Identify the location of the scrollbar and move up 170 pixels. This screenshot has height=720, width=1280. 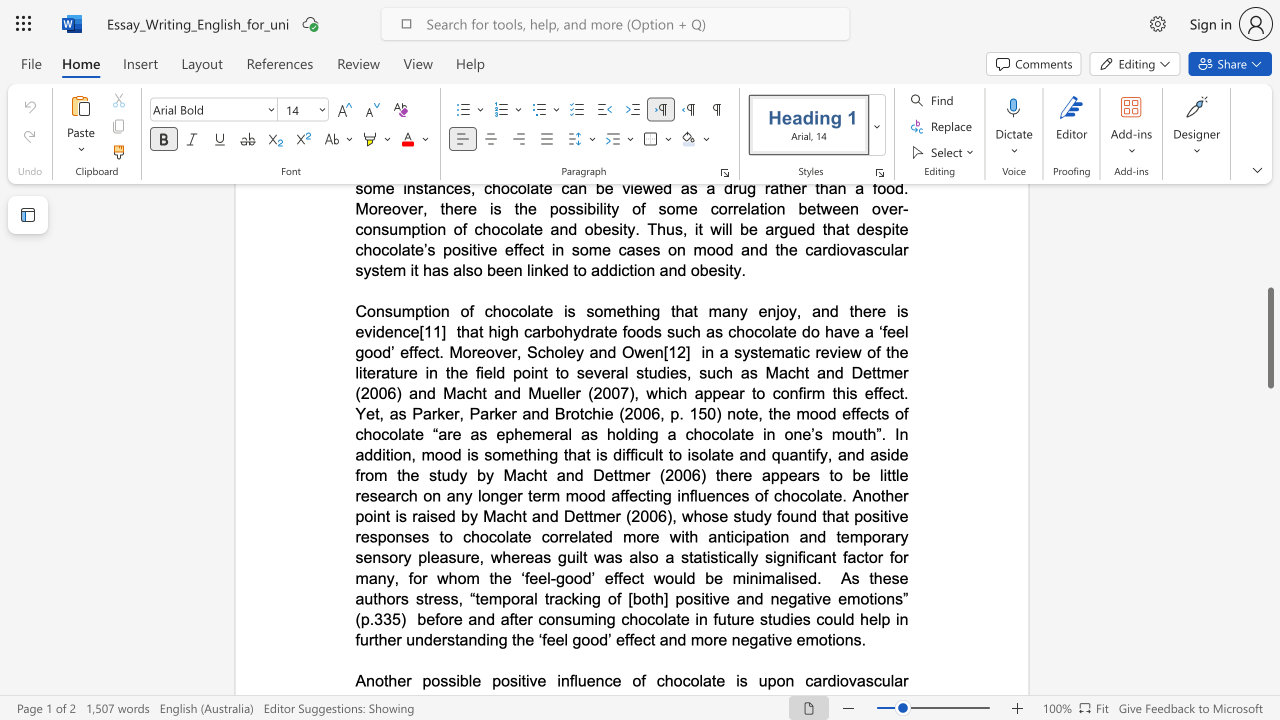
(1269, 337).